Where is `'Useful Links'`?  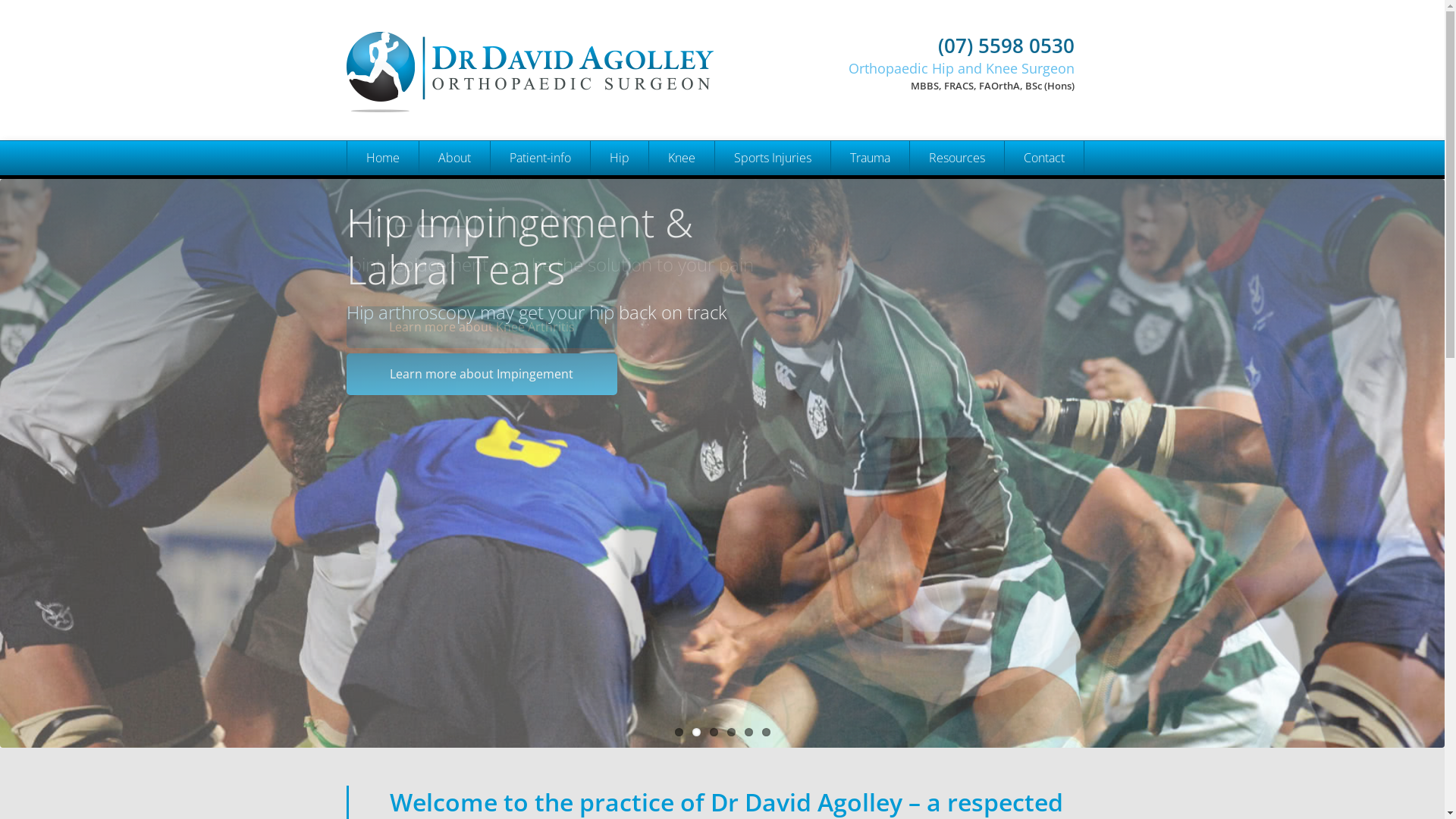
'Useful Links' is located at coordinates (908, 294).